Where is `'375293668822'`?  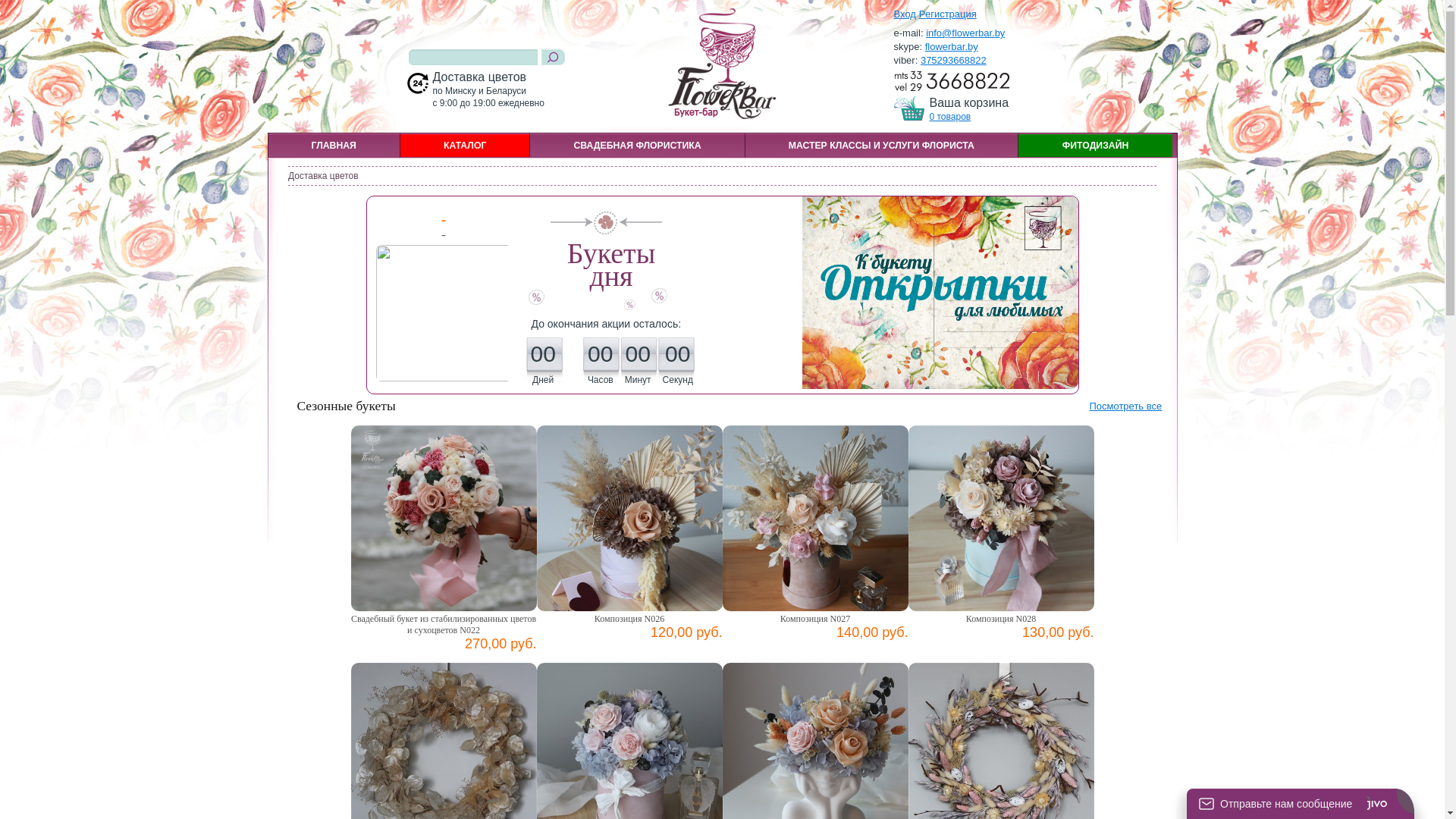 '375293668822' is located at coordinates (952, 59).